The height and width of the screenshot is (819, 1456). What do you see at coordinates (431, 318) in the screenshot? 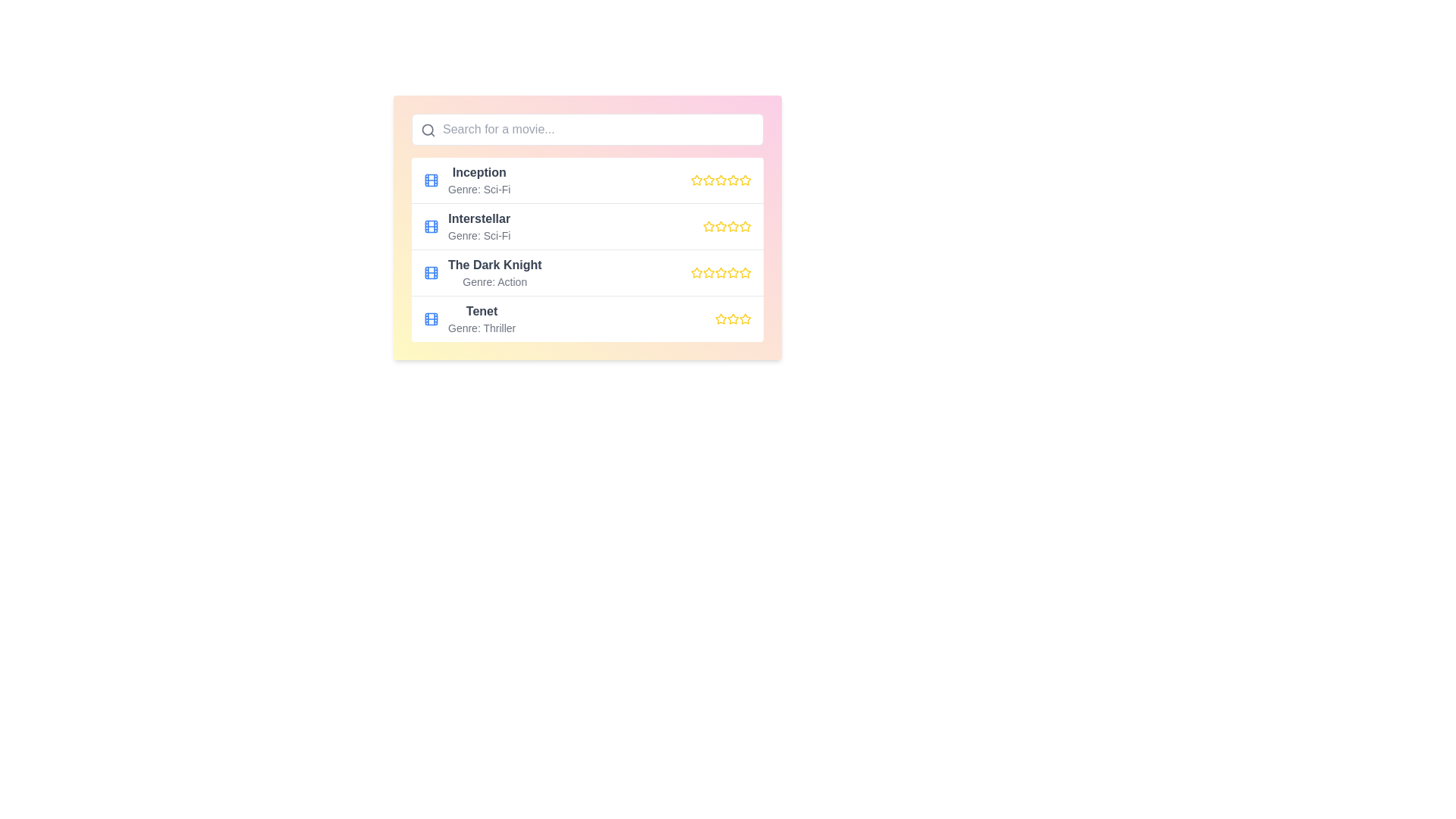
I see `the decorative icon indicating the fourth movie entry in the list, which is positioned to the left of the movie title and genre text` at bounding box center [431, 318].